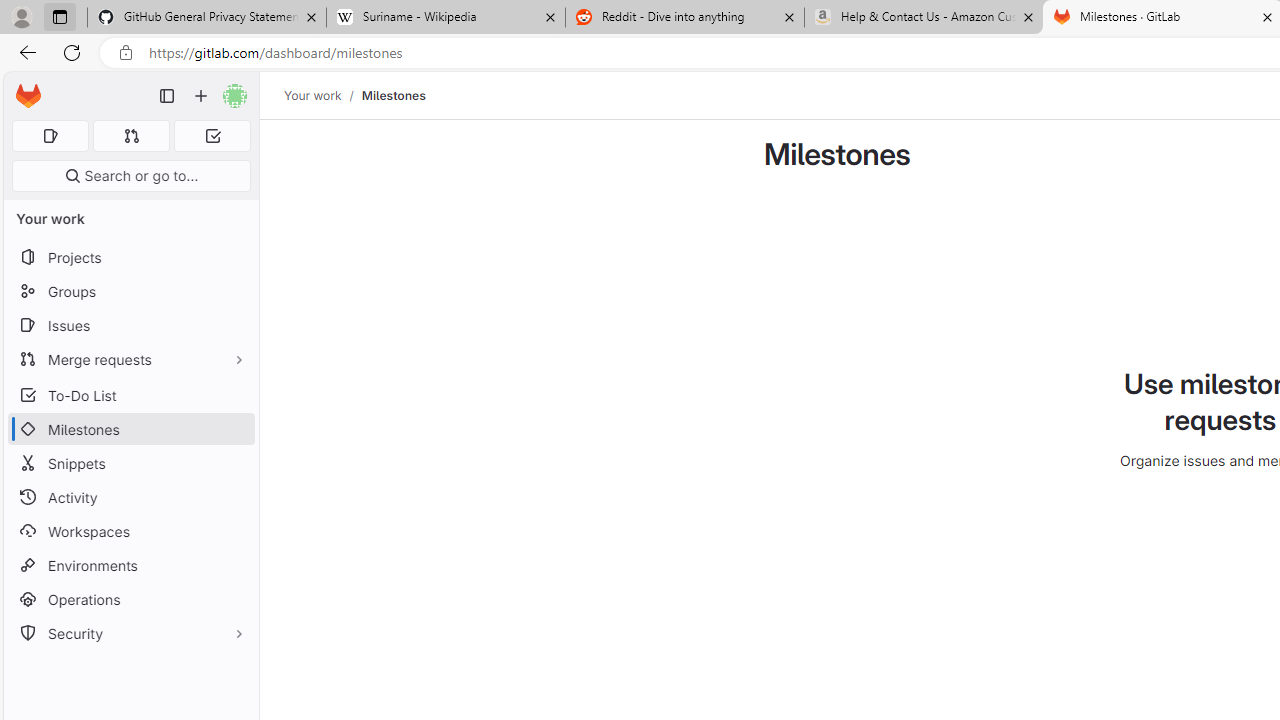  Describe the element at coordinates (130, 633) in the screenshot. I see `'Security'` at that location.